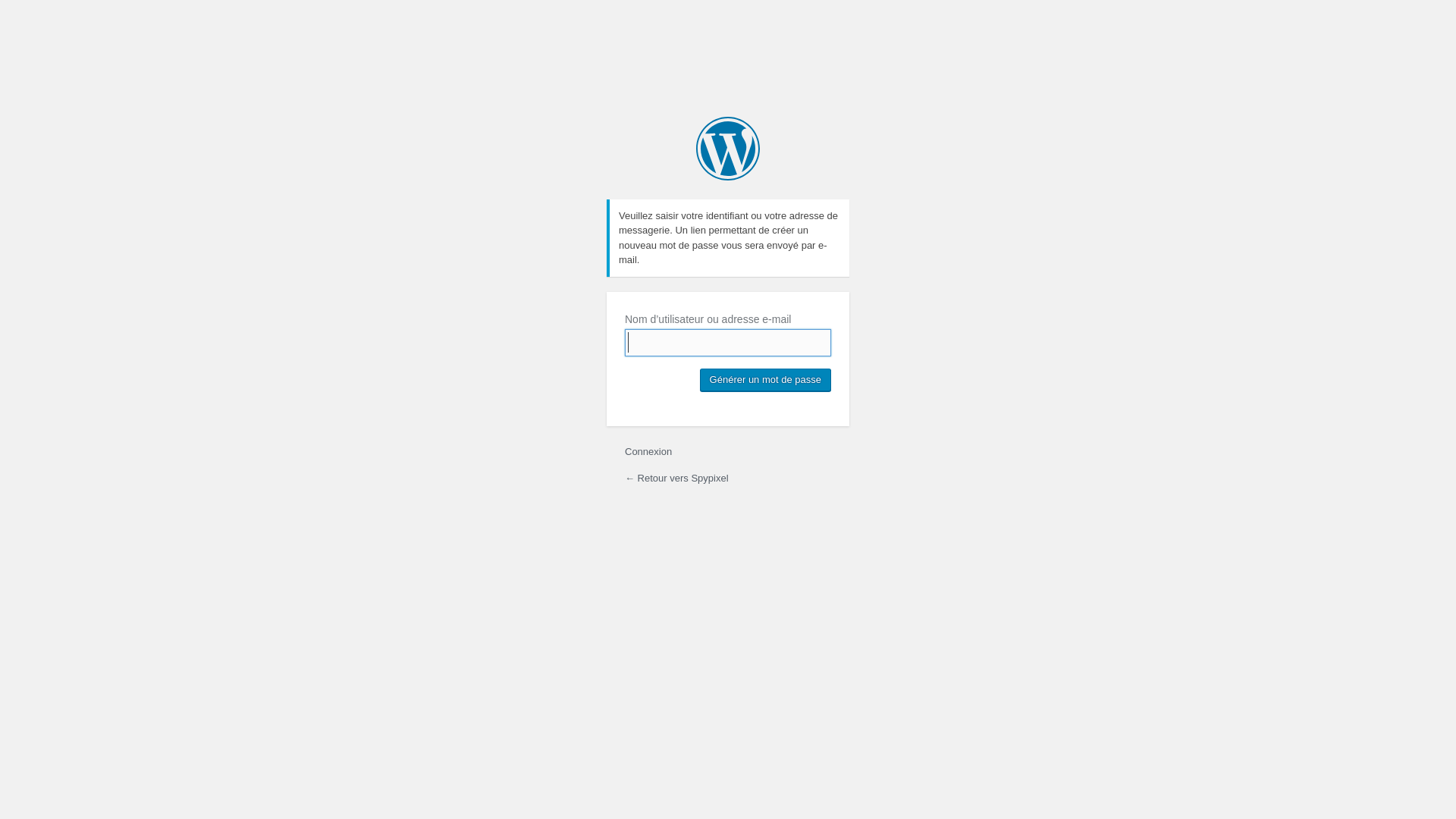  What do you see at coordinates (648, 450) in the screenshot?
I see `'Connexion'` at bounding box center [648, 450].